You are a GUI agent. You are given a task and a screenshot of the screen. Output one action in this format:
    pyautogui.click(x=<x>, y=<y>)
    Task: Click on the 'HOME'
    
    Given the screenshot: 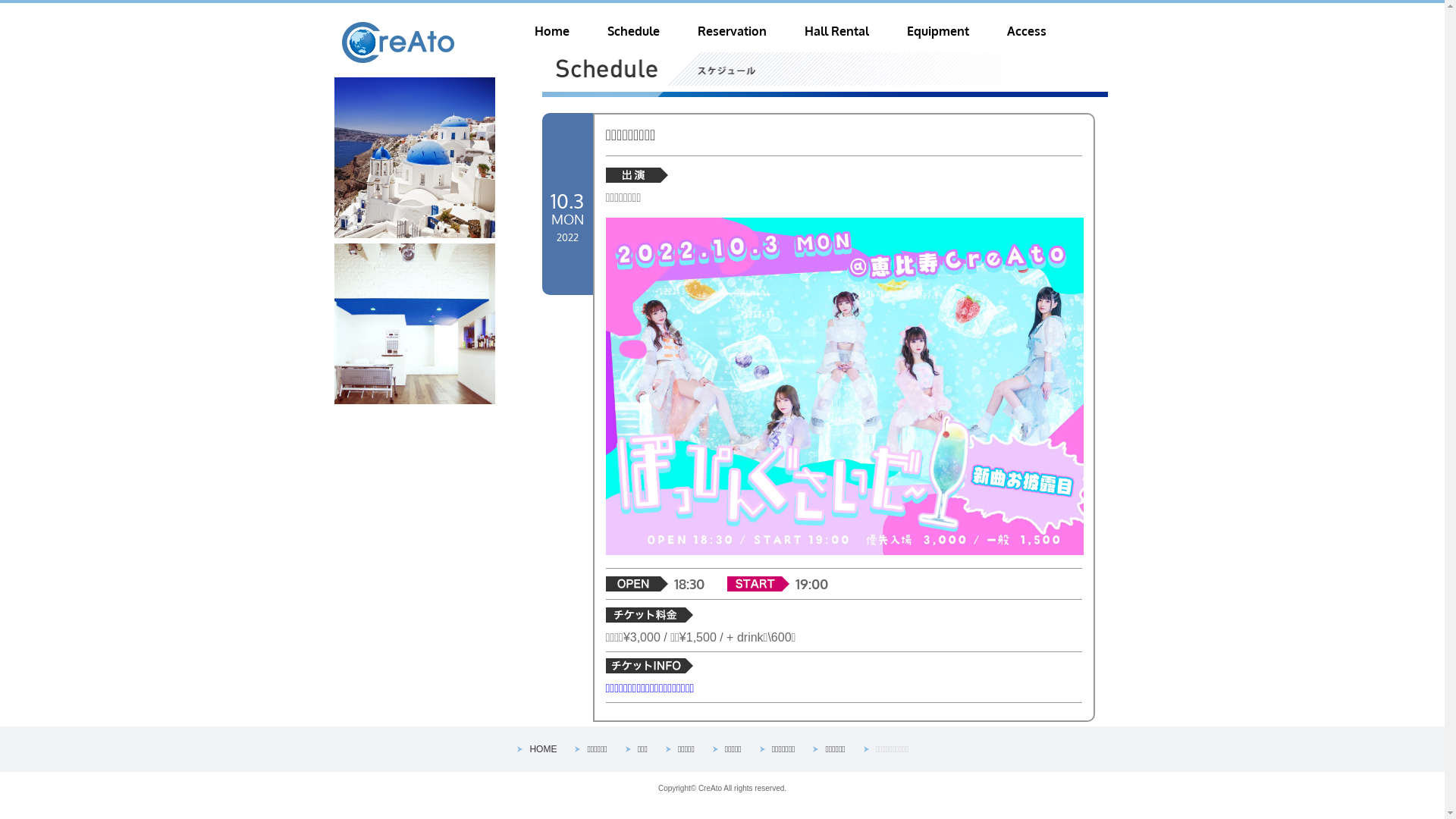 What is the action you would take?
    pyautogui.click(x=542, y=748)
    